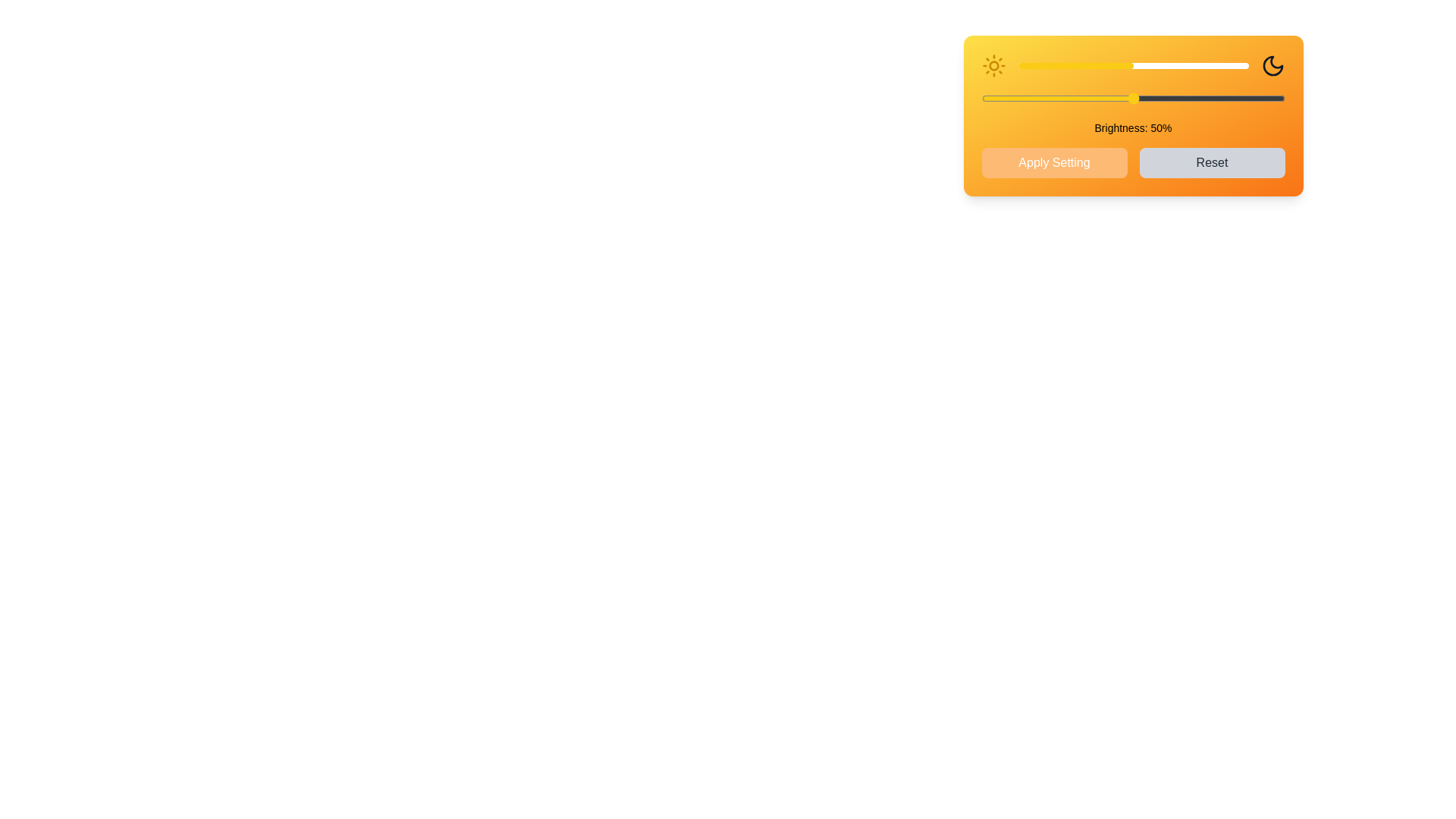 The height and width of the screenshot is (819, 1456). I want to click on the brightness slider to set the brightness level to 5, so click(1029, 65).